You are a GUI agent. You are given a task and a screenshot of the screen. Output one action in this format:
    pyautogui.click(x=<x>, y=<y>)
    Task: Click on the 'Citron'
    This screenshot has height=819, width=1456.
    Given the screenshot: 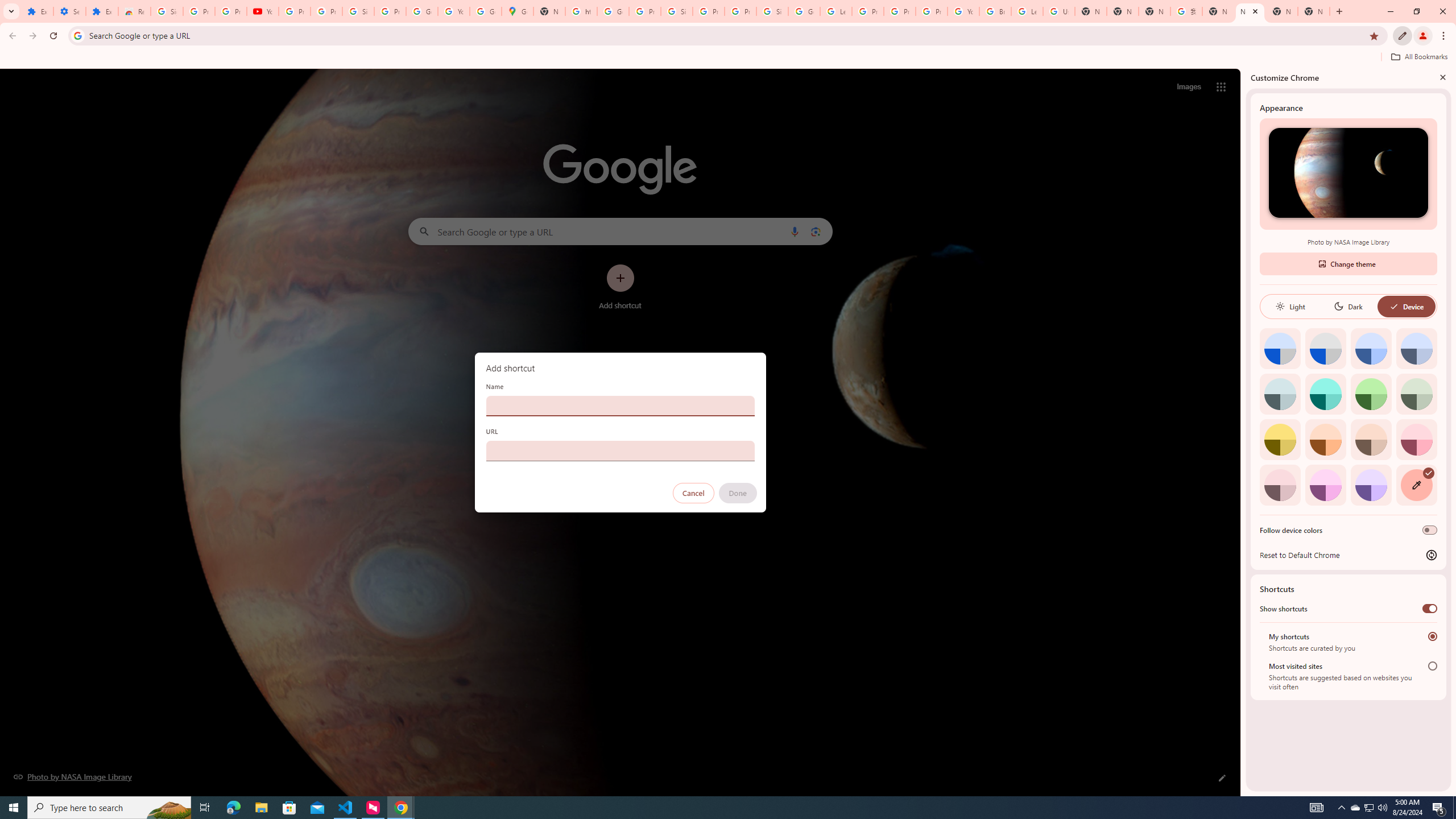 What is the action you would take?
    pyautogui.click(x=1280, y=439)
    